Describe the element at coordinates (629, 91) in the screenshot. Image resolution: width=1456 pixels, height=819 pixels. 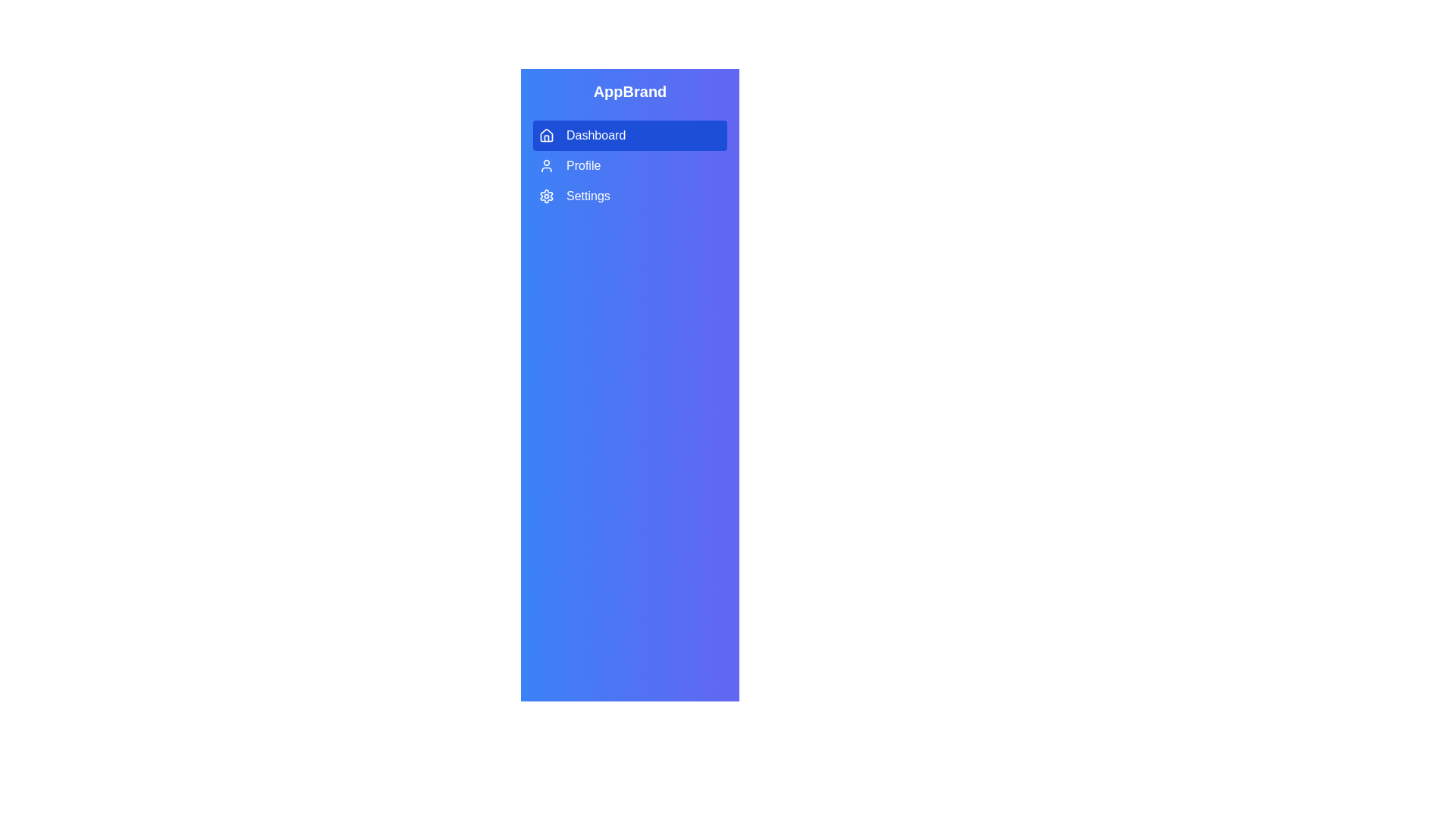
I see `the brand header text label at the top-center of the sidebar, which serves as the title for the application` at that location.